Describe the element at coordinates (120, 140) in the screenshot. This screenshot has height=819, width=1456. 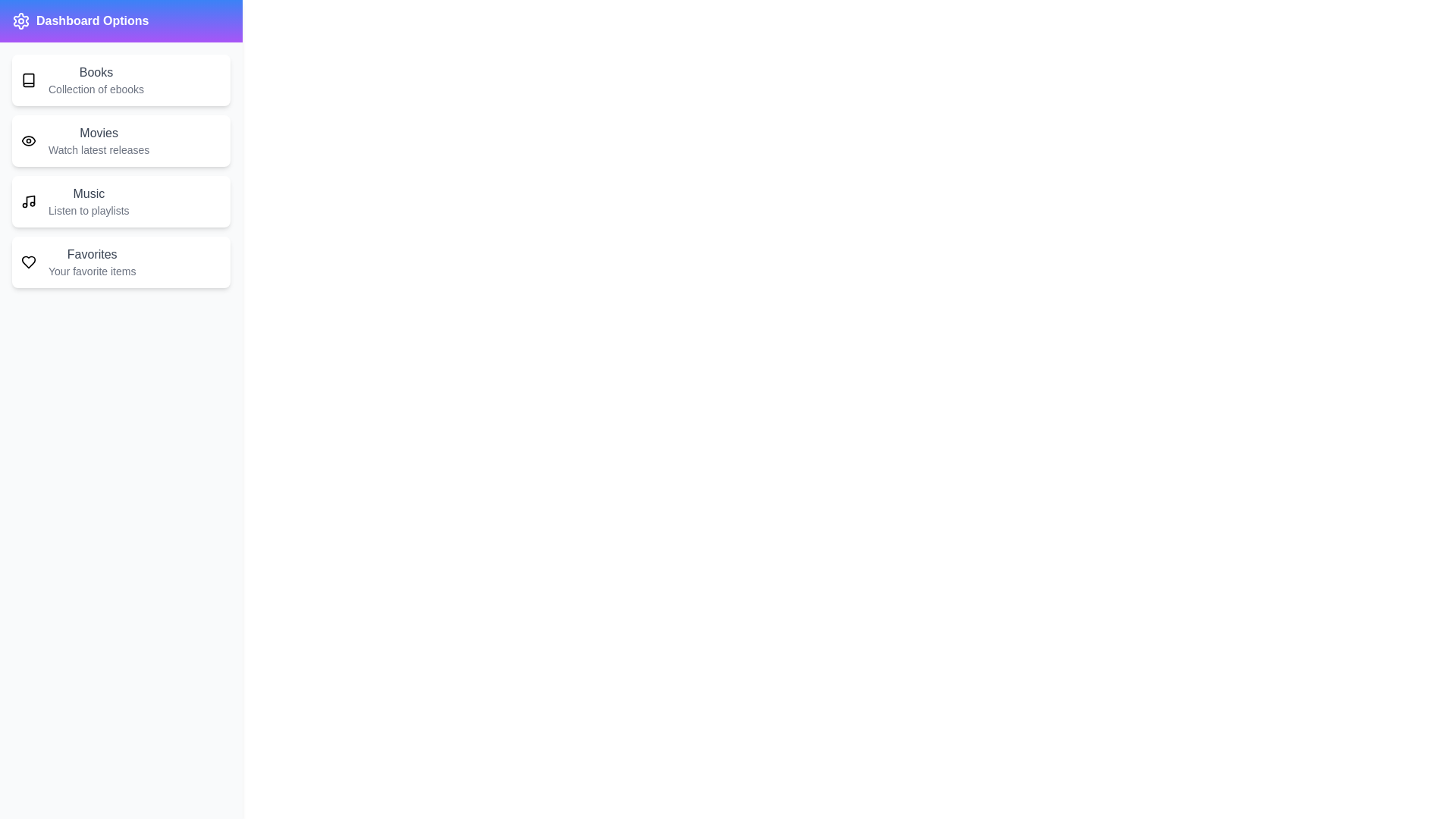
I see `the menu item labeled 'Movies' to observe its hover effect` at that location.